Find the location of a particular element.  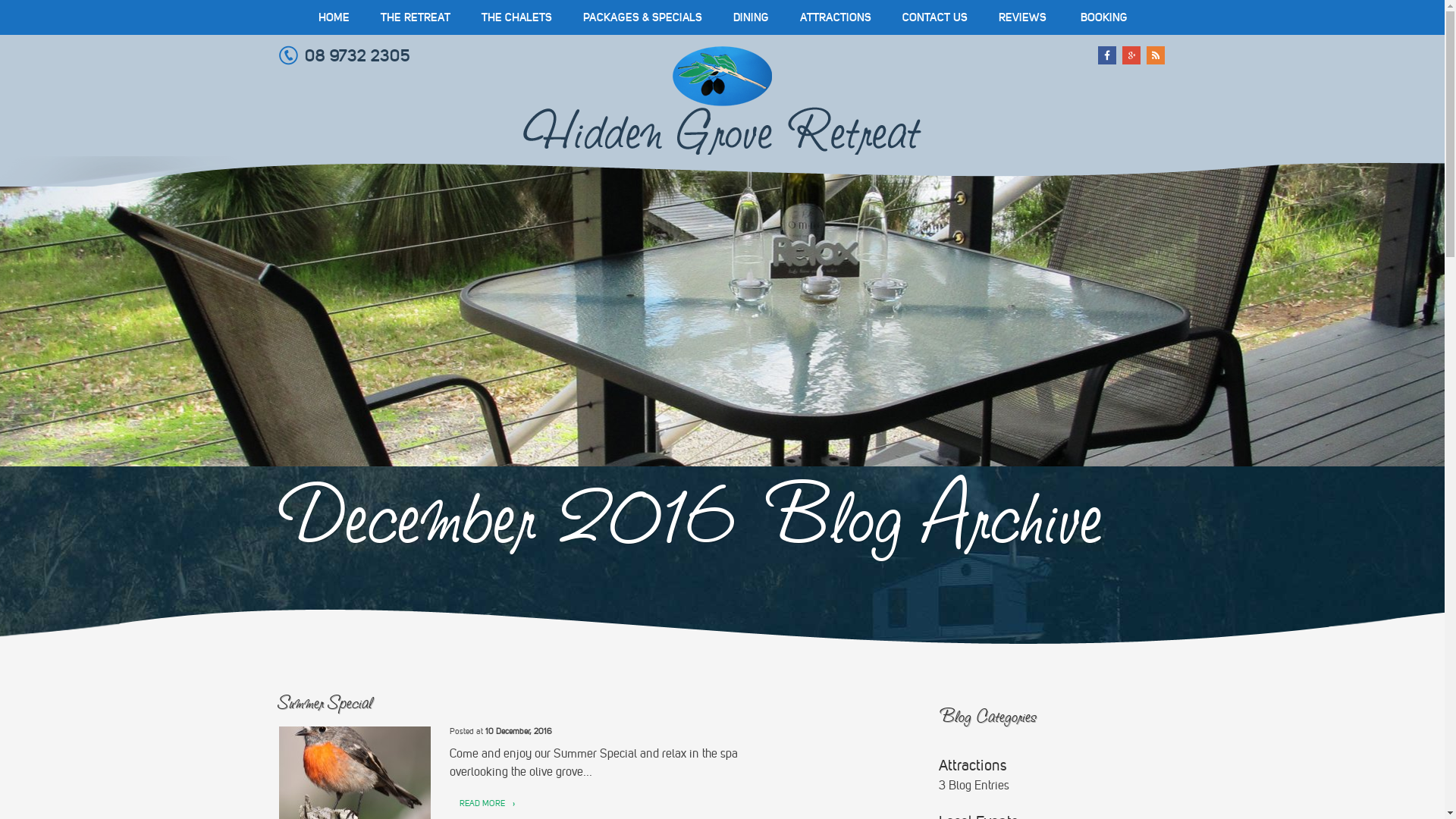

'HOME' is located at coordinates (303, 17).